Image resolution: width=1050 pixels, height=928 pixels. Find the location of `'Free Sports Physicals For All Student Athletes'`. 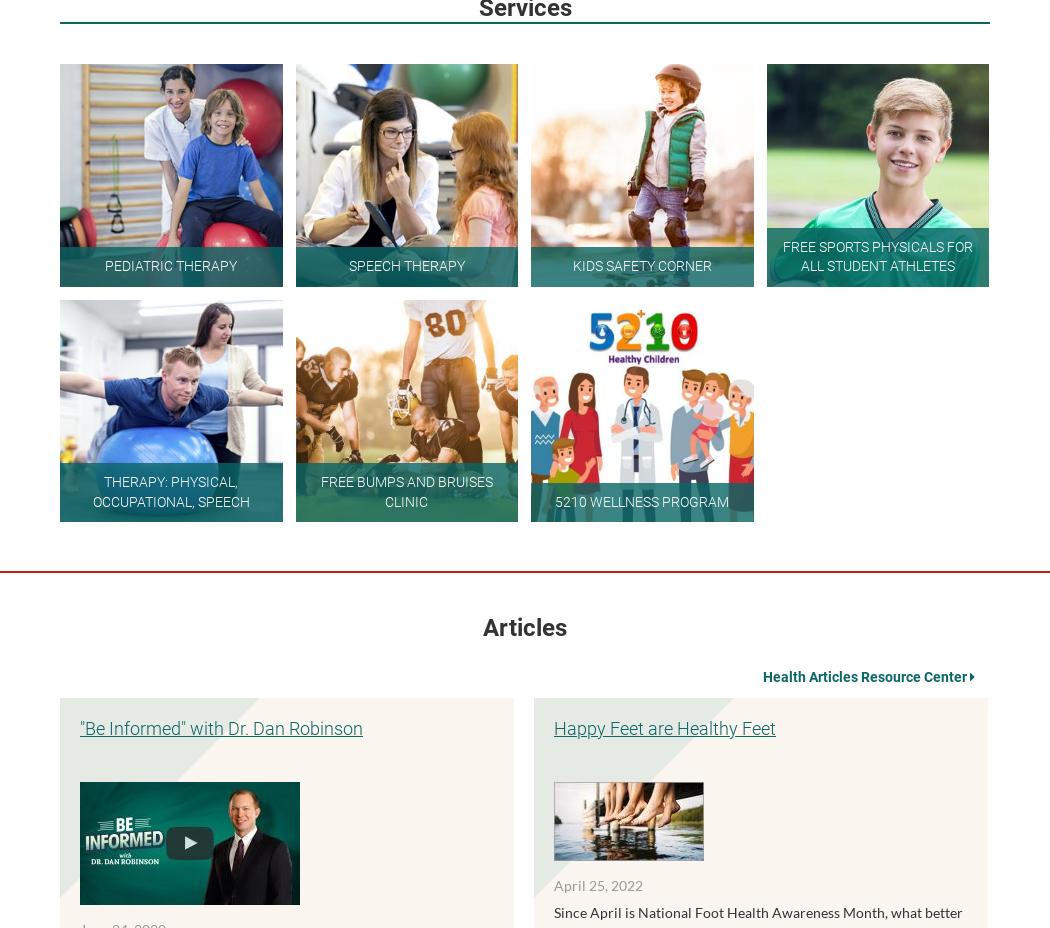

'Free Sports Physicals For All Student Athletes' is located at coordinates (875, 255).